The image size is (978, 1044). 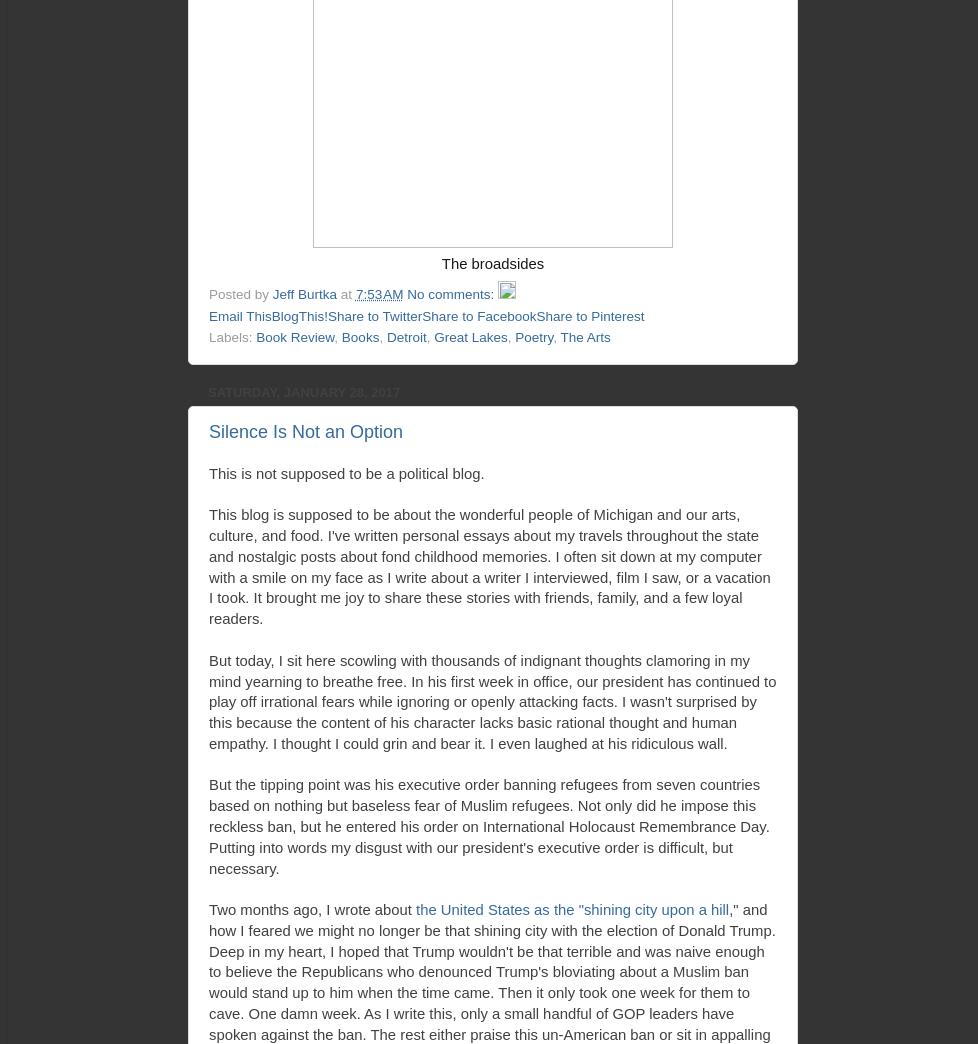 I want to click on 'The broadsides', so click(x=492, y=261).